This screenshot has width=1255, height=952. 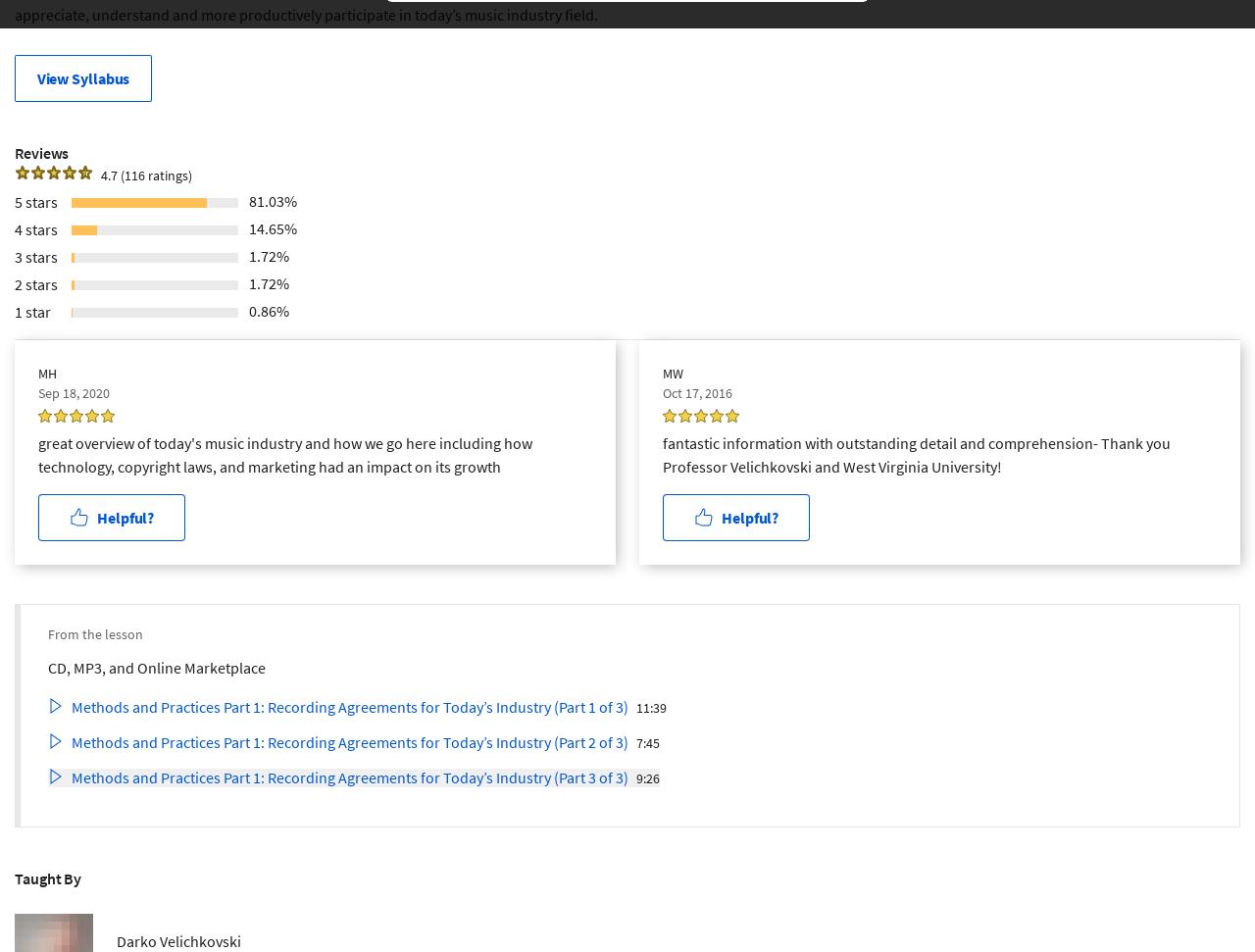 What do you see at coordinates (635, 741) in the screenshot?
I see `'7:45'` at bounding box center [635, 741].